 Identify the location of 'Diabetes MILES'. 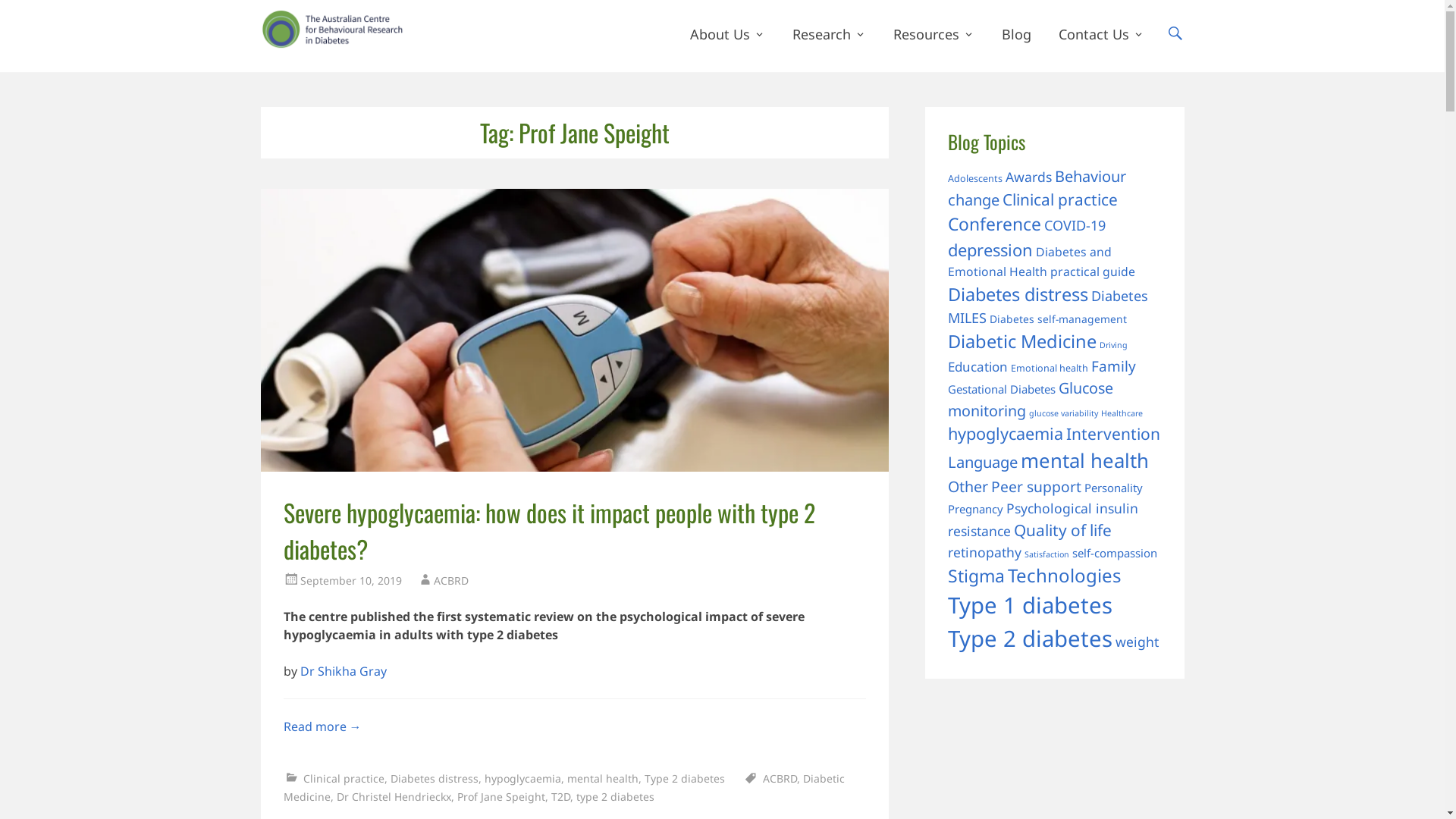
(946, 306).